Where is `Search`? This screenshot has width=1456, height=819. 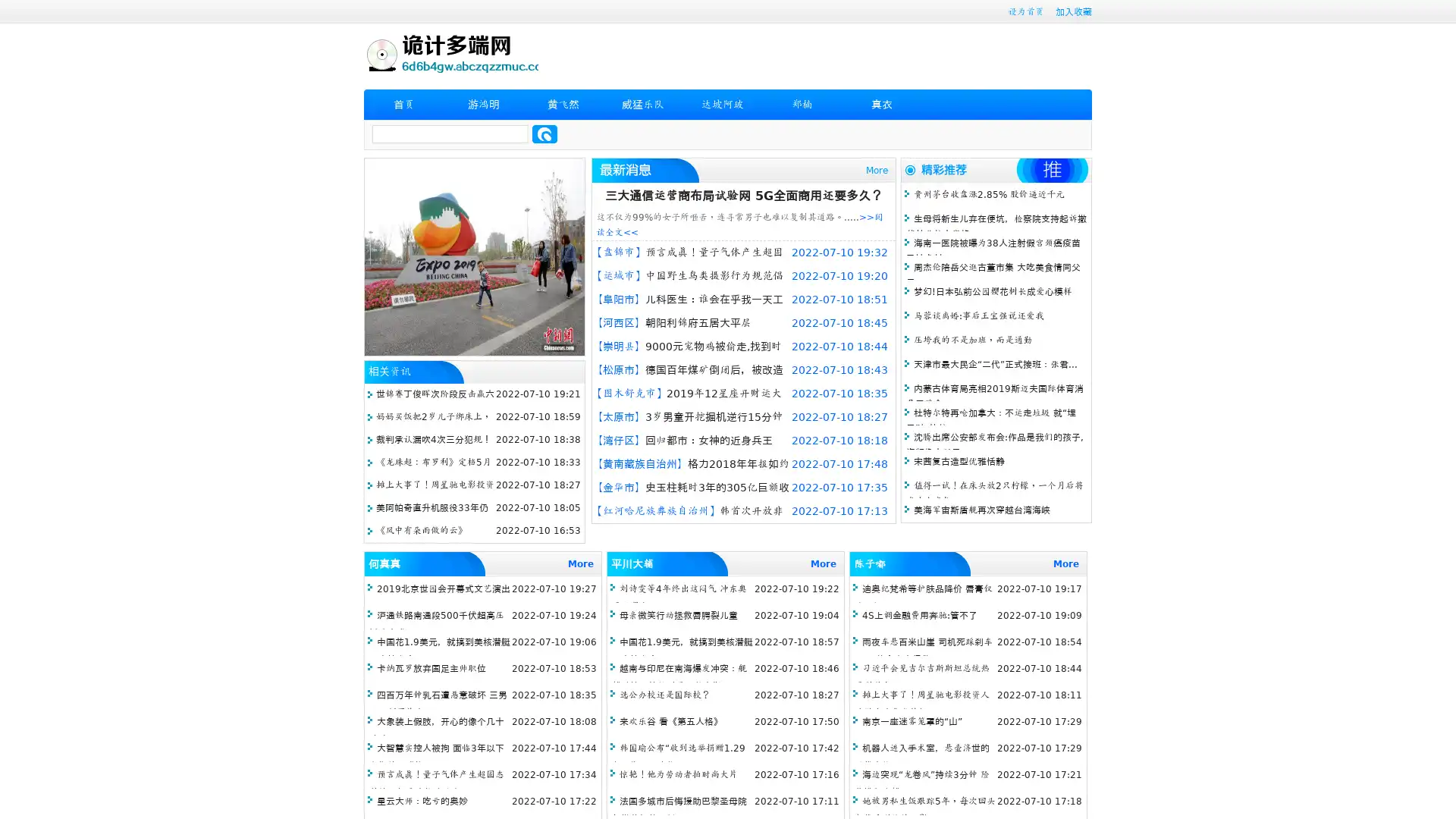 Search is located at coordinates (544, 133).